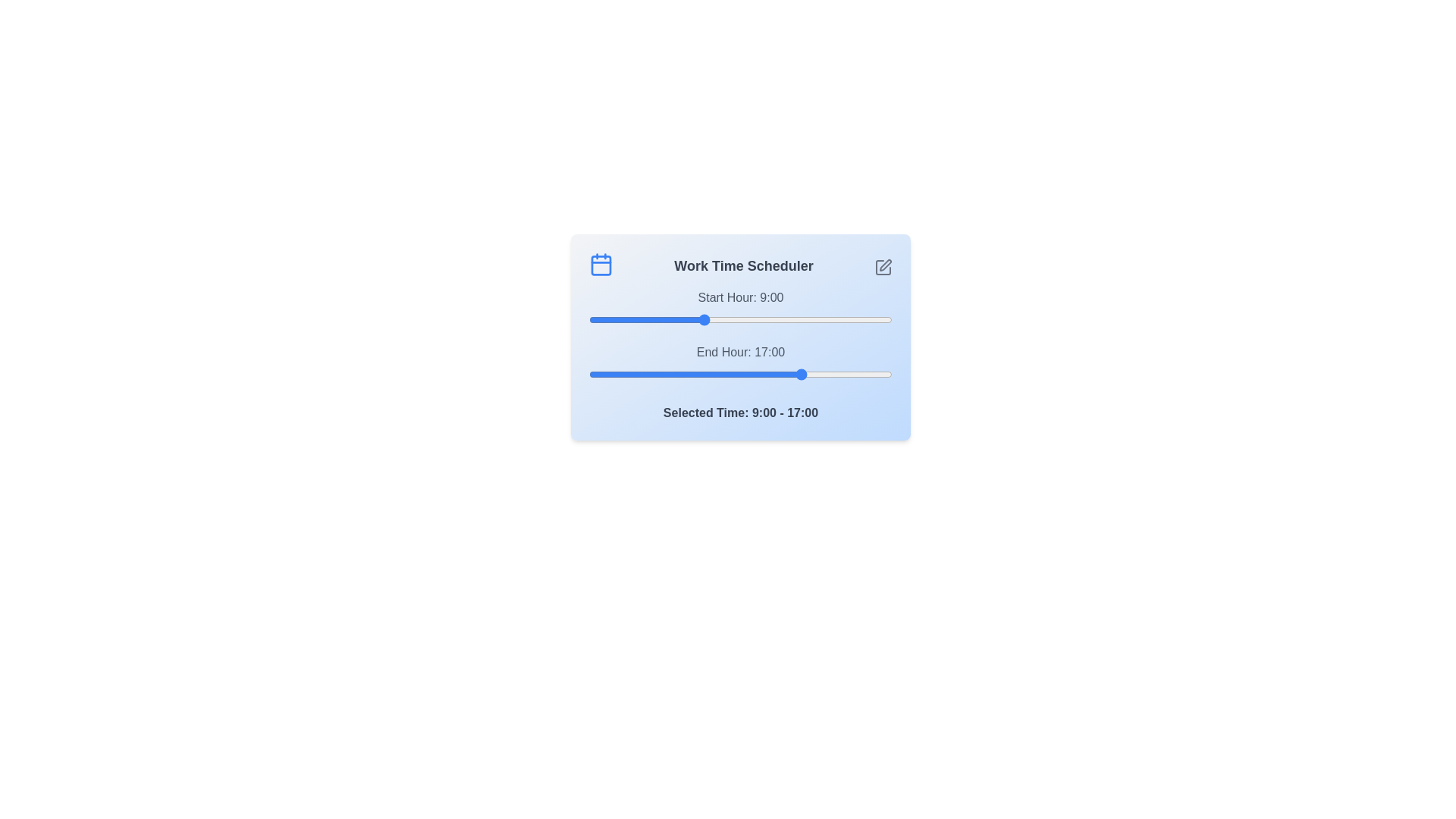 This screenshot has width=1456, height=819. What do you see at coordinates (790, 374) in the screenshot?
I see `the end time slider to 16 where 16 is in the range 0 to 24` at bounding box center [790, 374].